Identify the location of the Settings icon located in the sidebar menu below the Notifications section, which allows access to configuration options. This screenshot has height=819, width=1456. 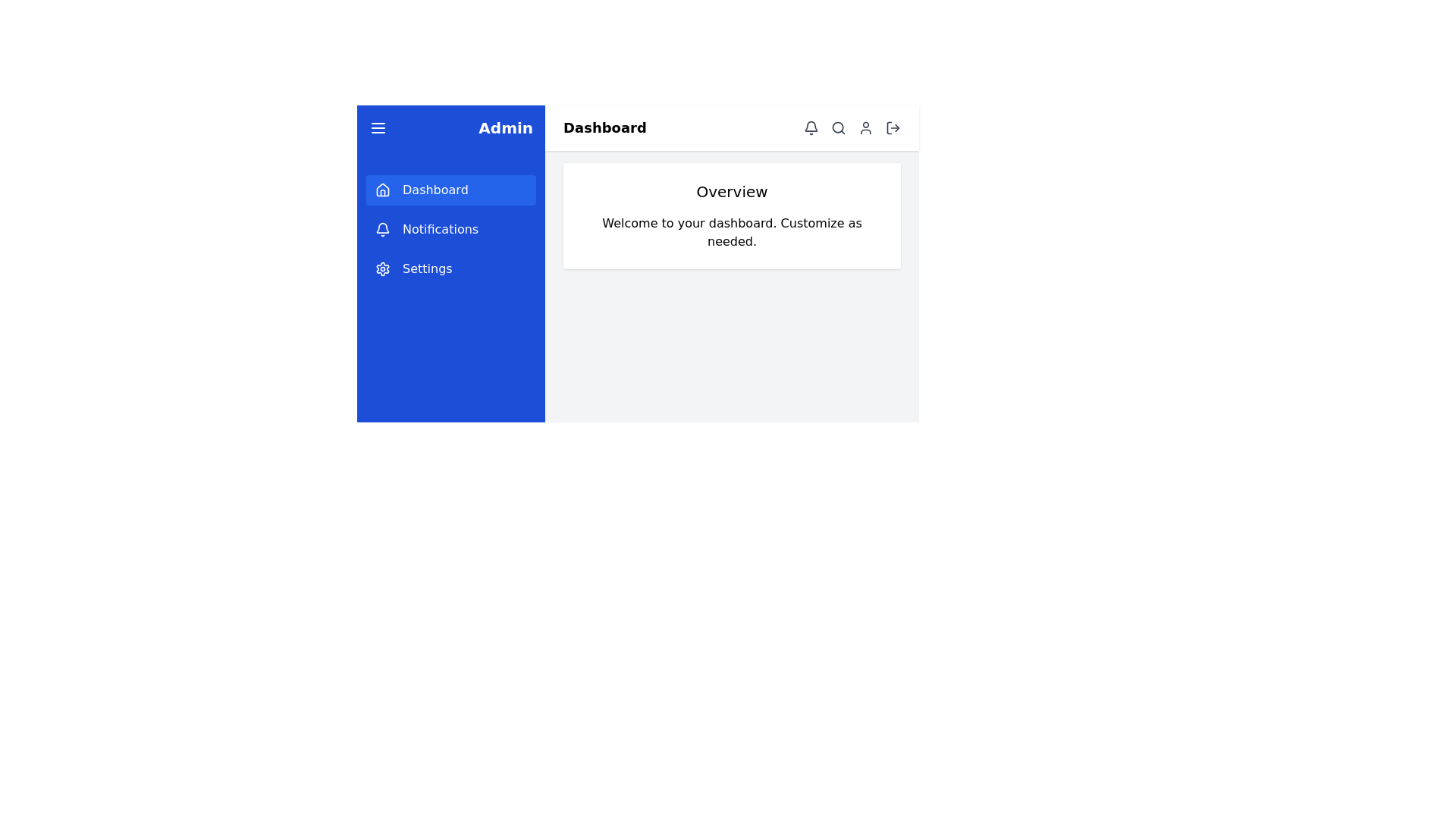
(382, 268).